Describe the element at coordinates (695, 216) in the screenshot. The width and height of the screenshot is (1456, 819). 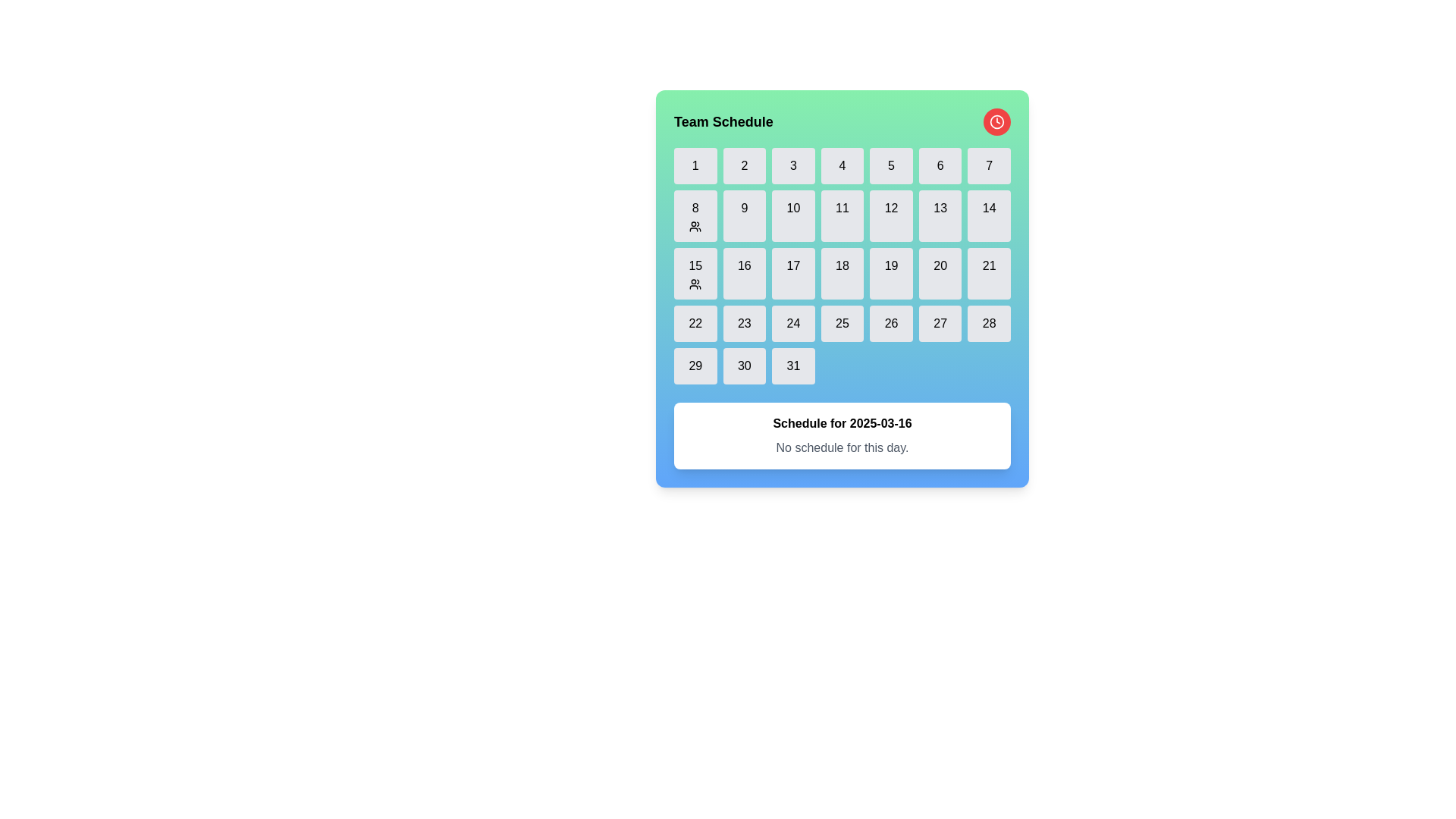
I see `the square tile displaying the numeral '8' with a group of people icon, located in the second row and first column of the calendar grid` at that location.